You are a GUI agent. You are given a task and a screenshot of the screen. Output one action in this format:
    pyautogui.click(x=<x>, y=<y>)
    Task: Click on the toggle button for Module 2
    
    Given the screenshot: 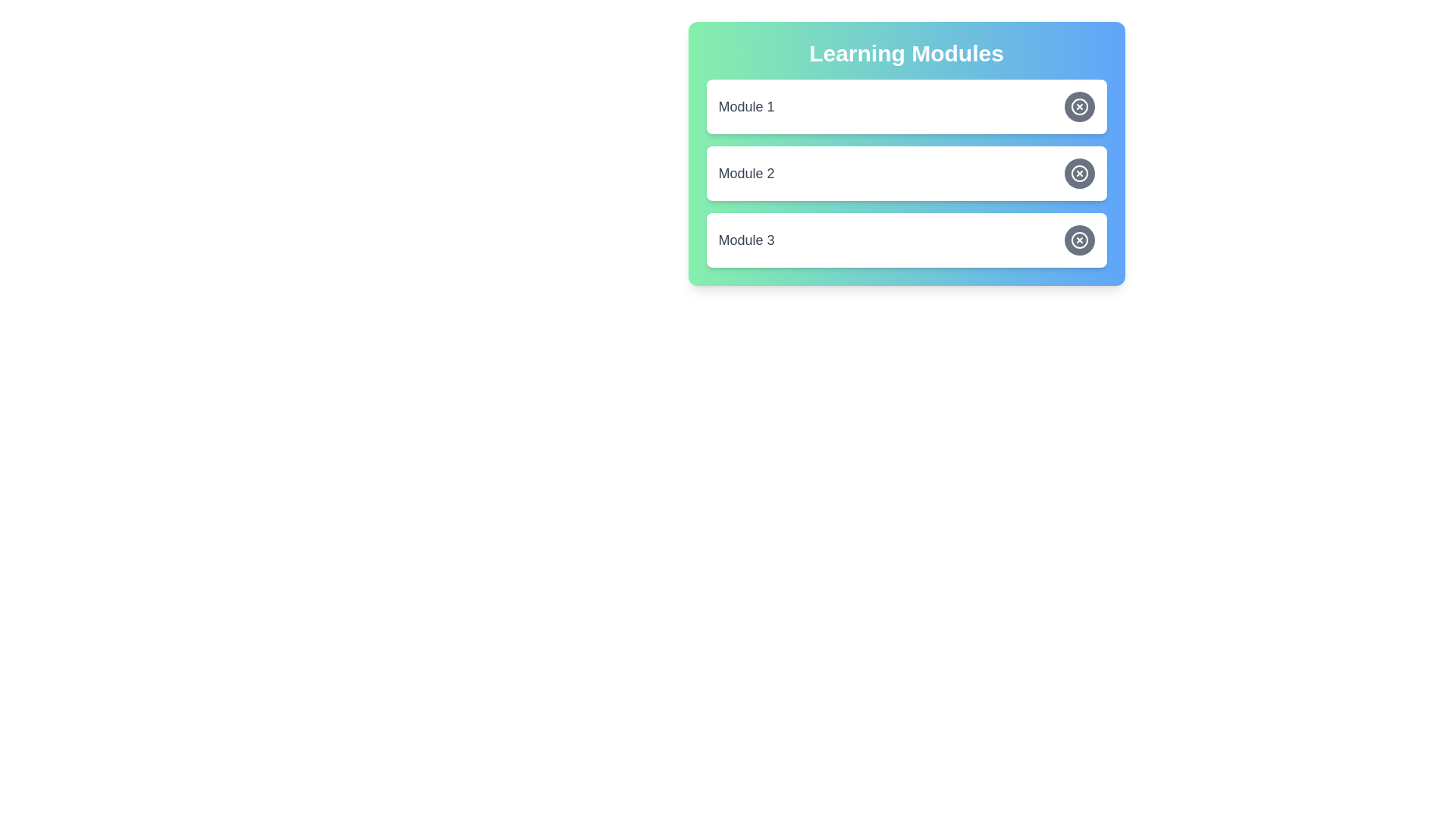 What is the action you would take?
    pyautogui.click(x=1078, y=172)
    